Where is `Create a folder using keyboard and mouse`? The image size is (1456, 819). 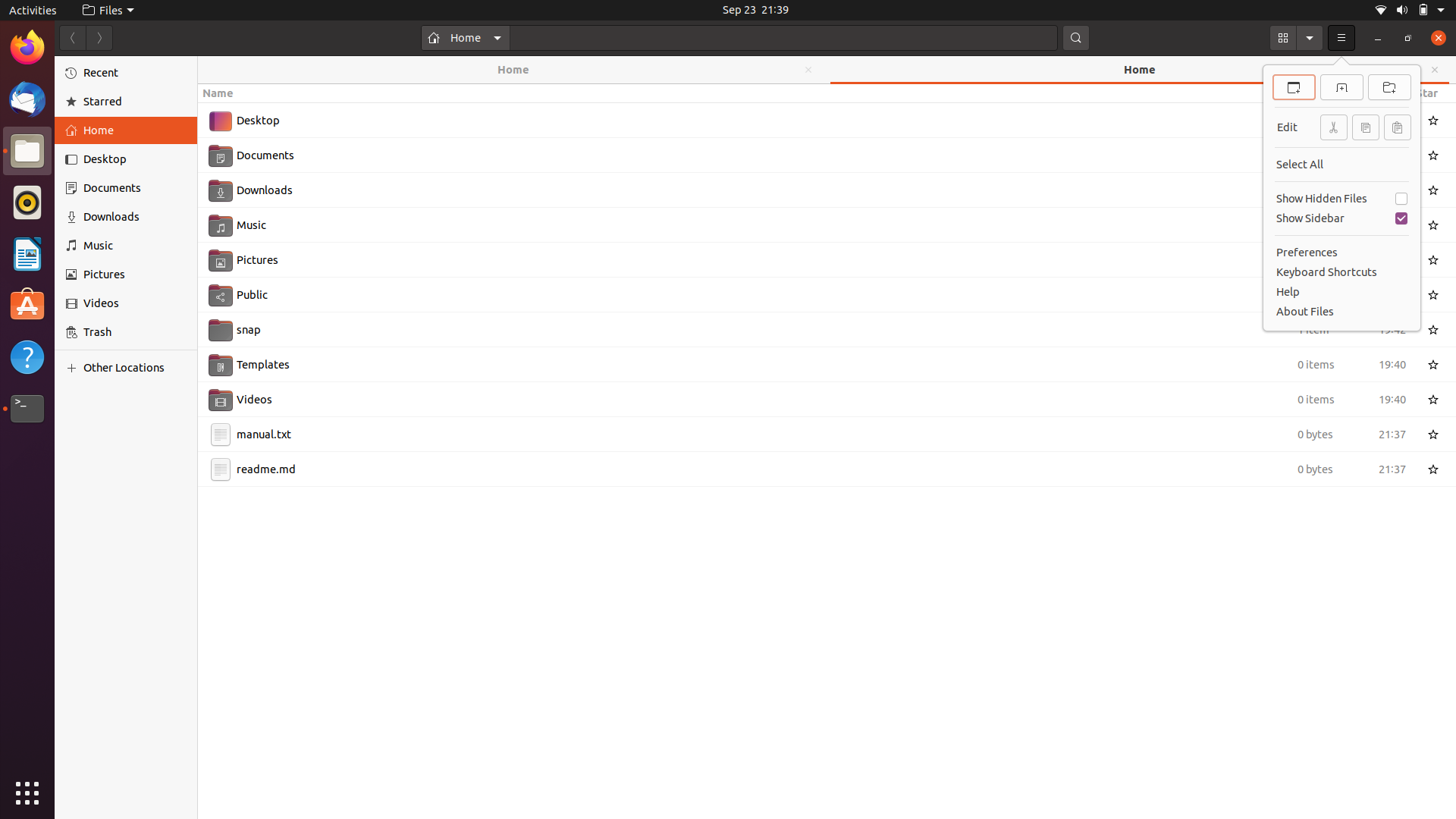
Create a folder using keyboard and mouse is located at coordinates (827, 652).